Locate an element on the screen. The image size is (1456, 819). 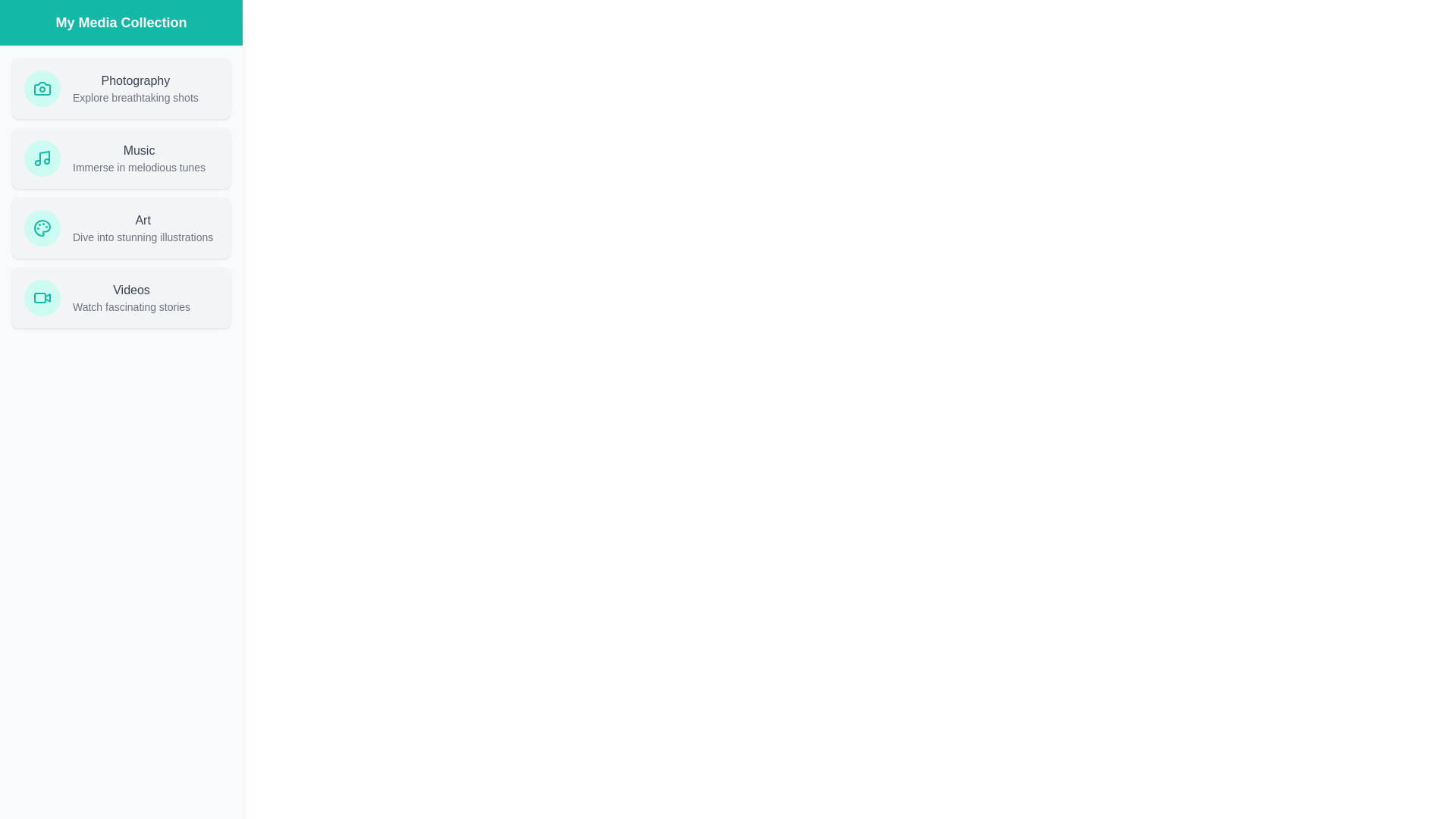
the icon representing Photography in the media collection drawer is located at coordinates (42, 88).